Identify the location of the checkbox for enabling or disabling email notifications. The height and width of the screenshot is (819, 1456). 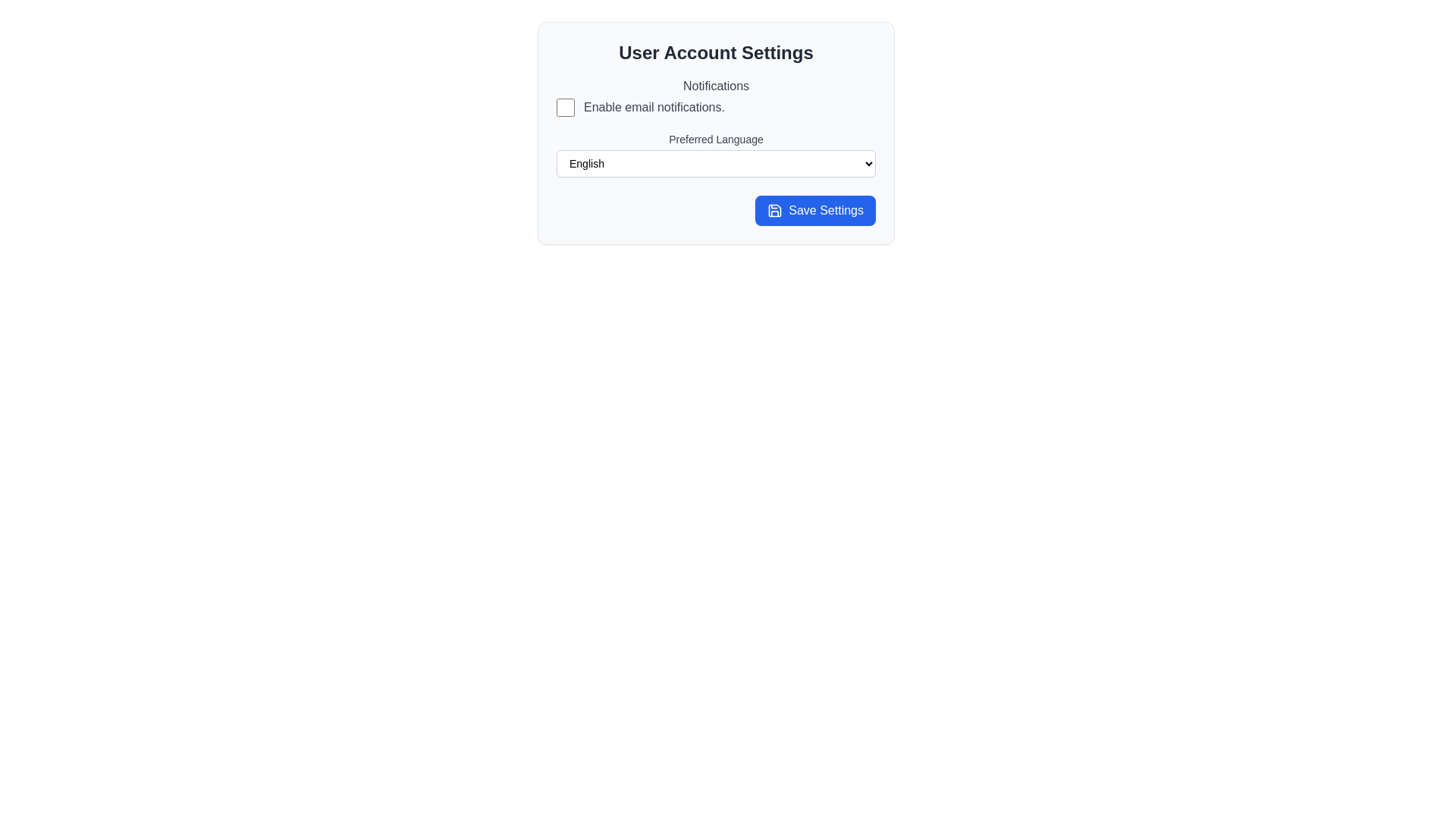
(564, 107).